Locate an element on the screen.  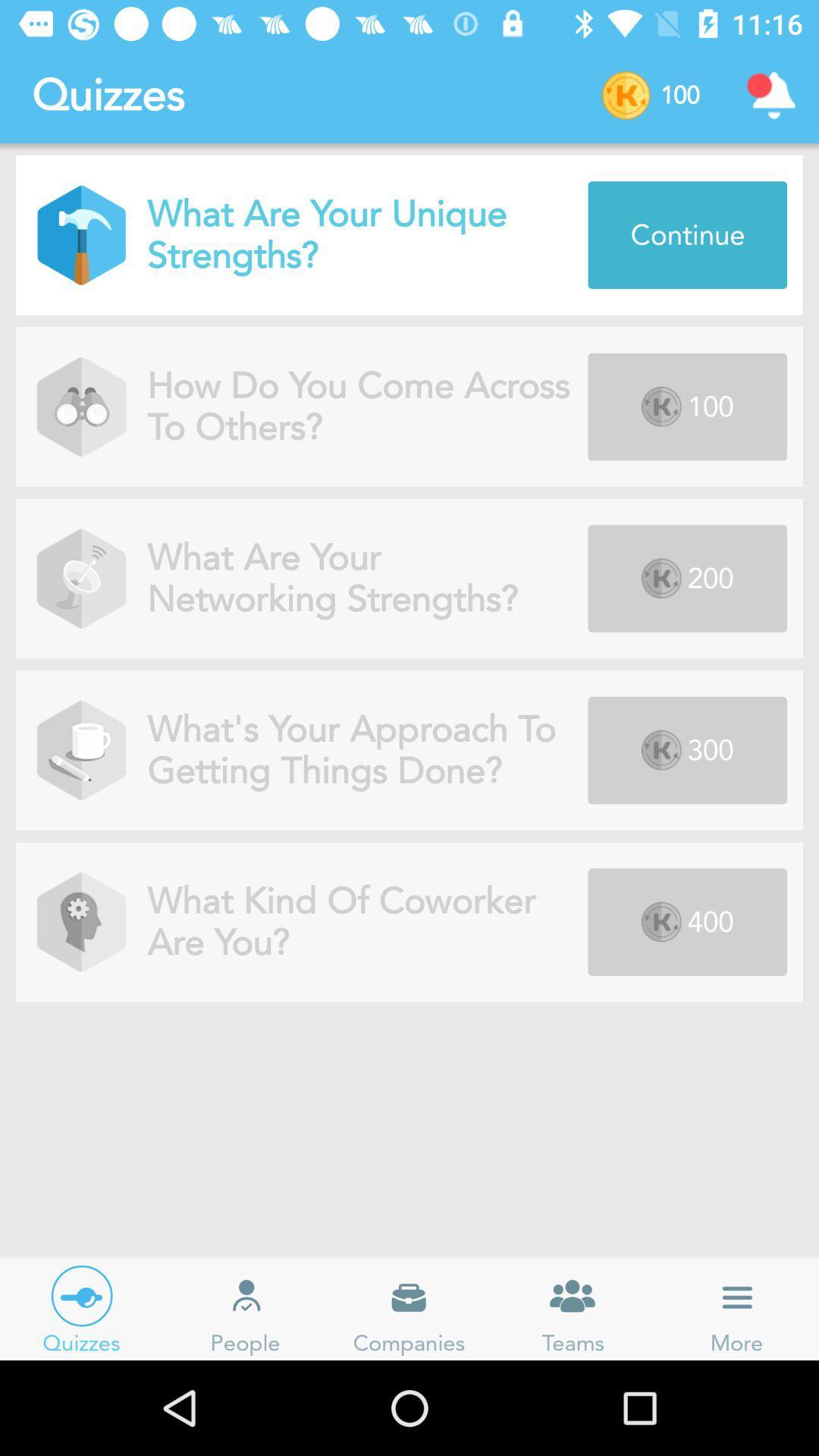
move to the third label below quizzes on the left side of the page is located at coordinates (81, 578).